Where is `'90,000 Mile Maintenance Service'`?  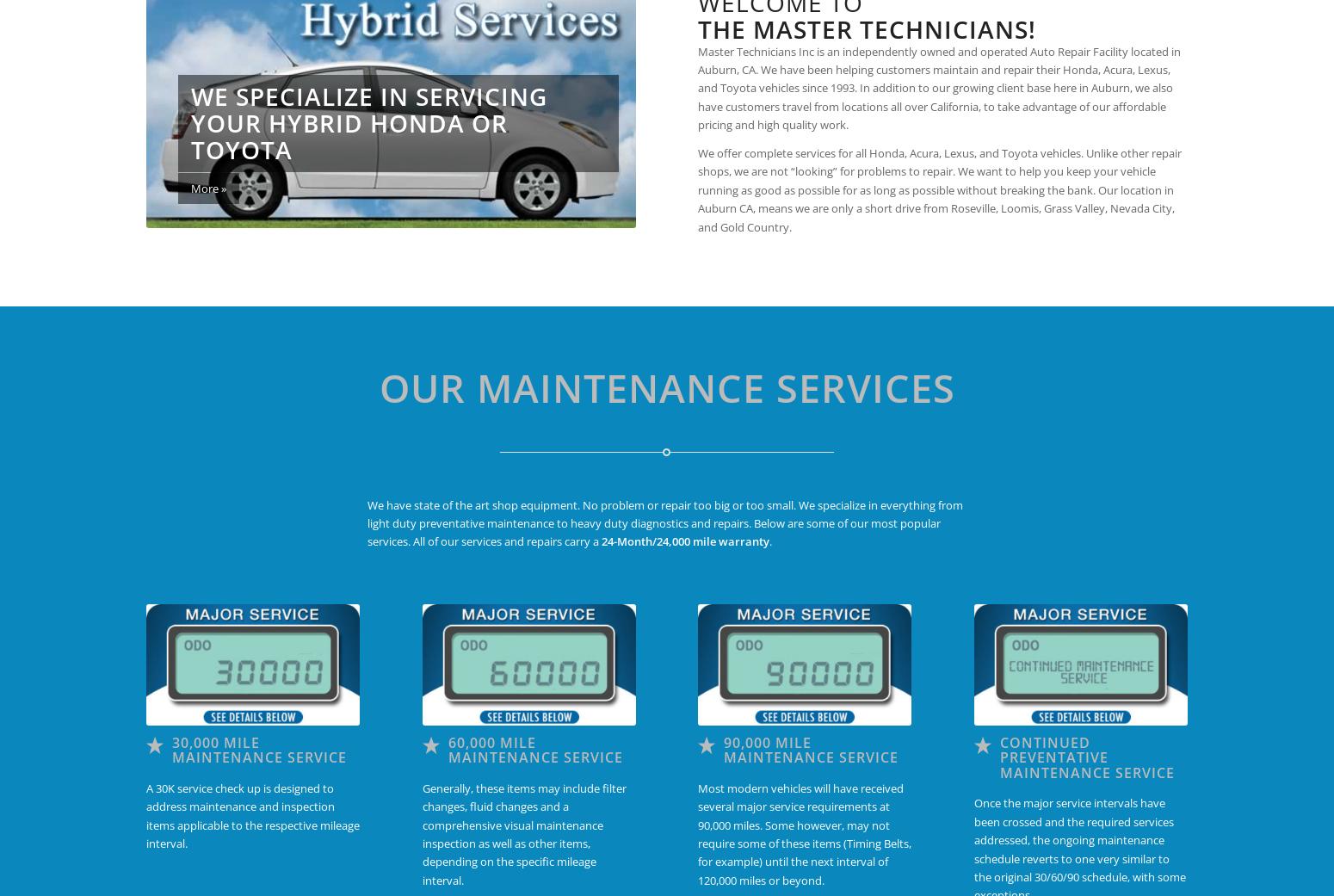 '90,000 Mile Maintenance Service' is located at coordinates (810, 749).